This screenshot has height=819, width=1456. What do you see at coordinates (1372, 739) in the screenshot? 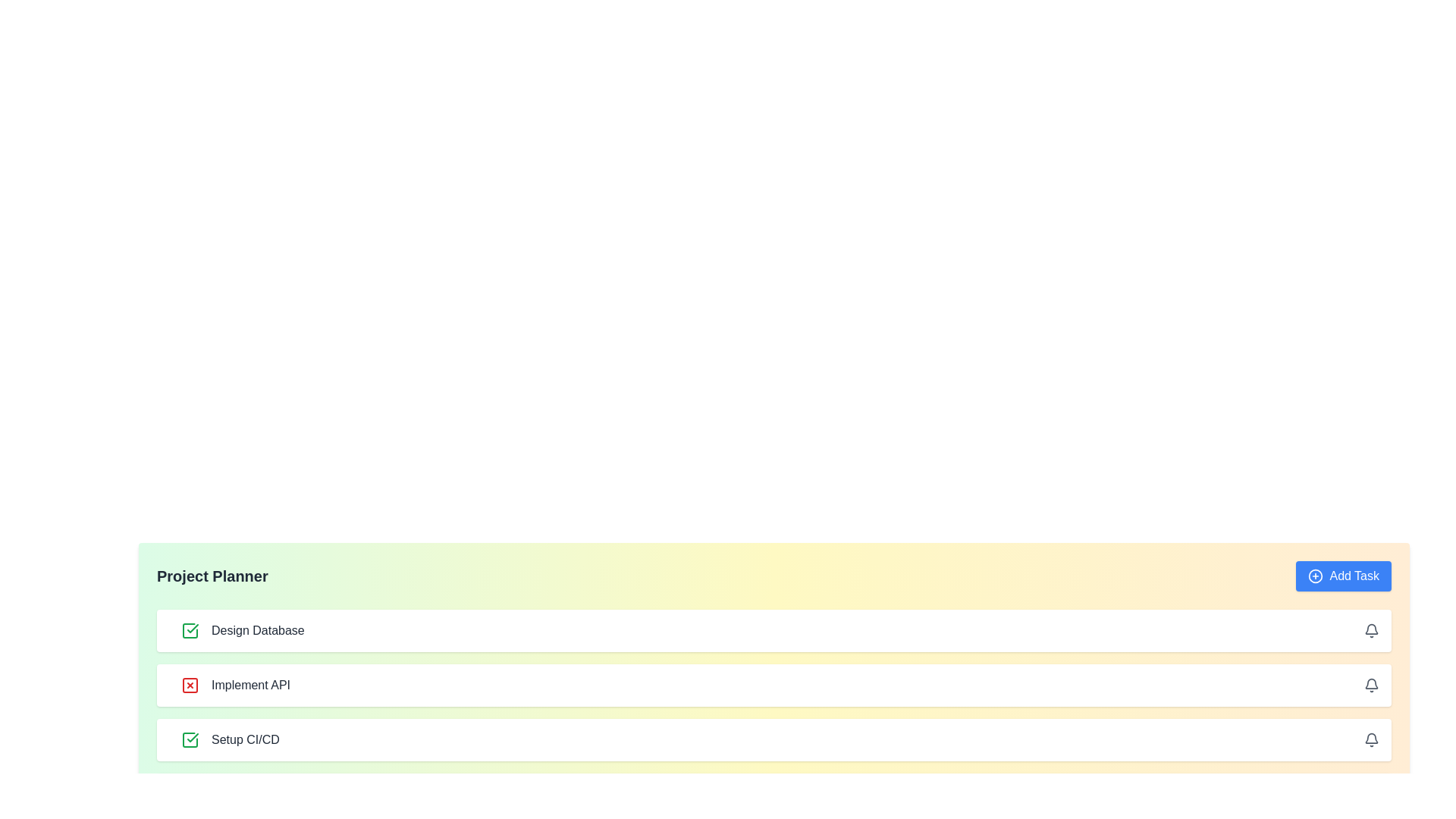
I see `bell icon for the task Setup CI/CD to set or manage notifications` at bounding box center [1372, 739].